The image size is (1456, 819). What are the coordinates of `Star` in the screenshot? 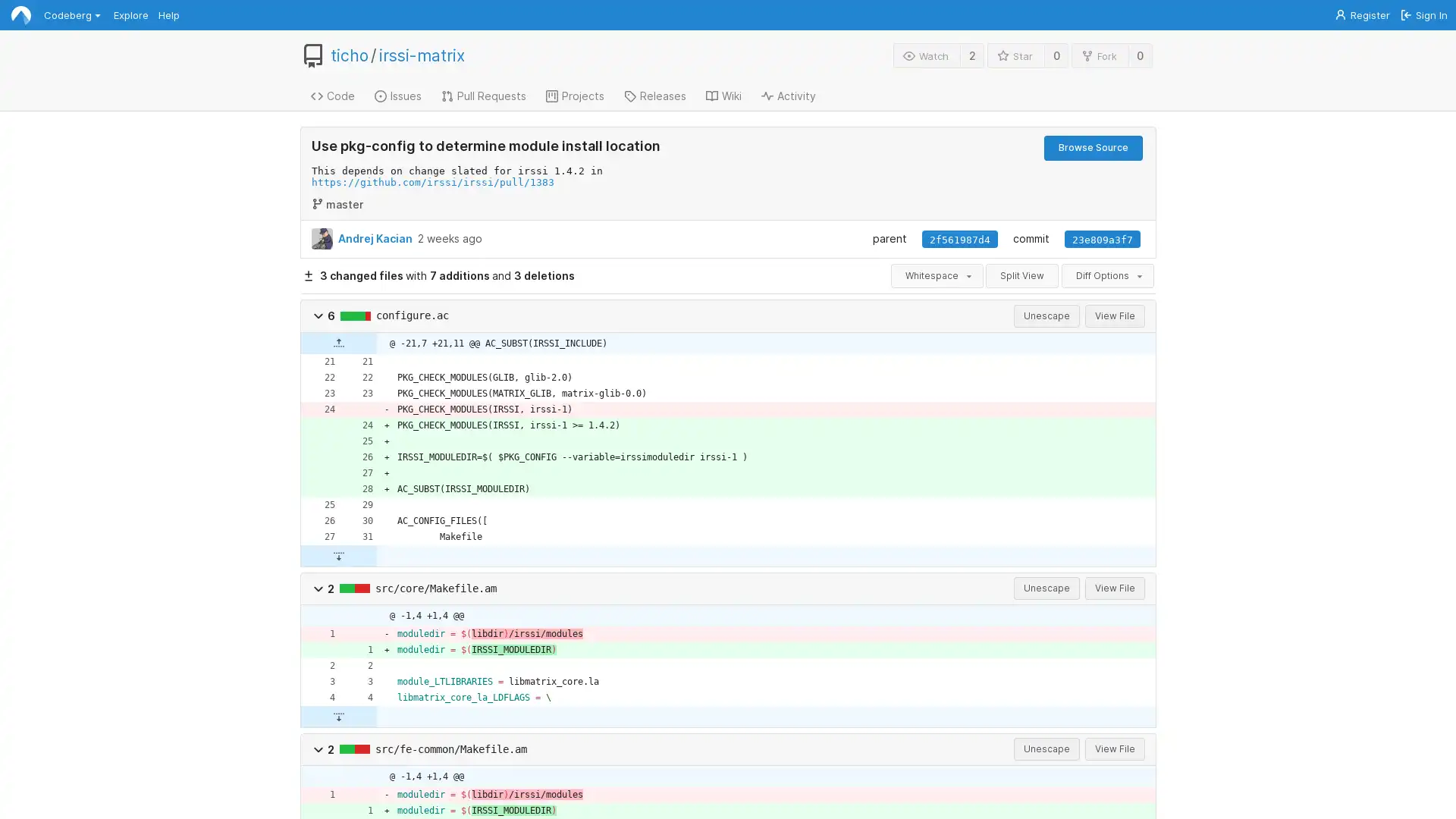 It's located at (1015, 55).